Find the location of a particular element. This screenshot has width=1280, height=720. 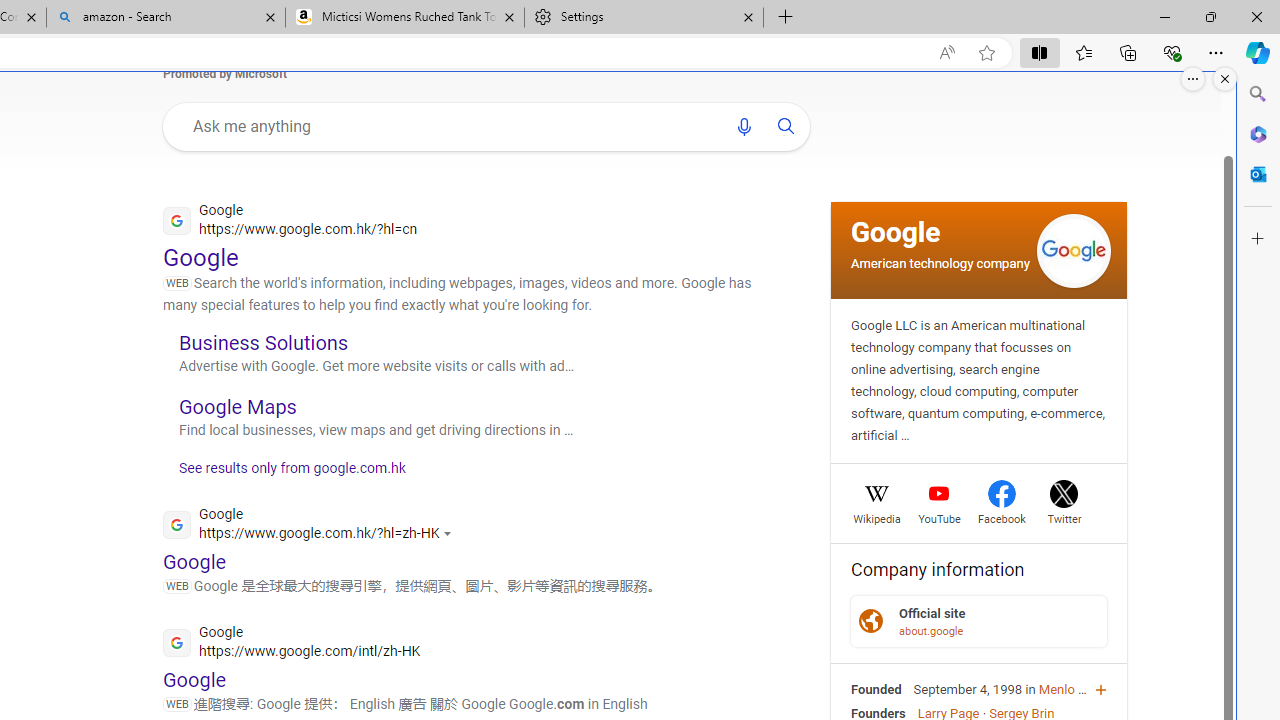

'See results only from google.com.hk' is located at coordinates (283, 473).